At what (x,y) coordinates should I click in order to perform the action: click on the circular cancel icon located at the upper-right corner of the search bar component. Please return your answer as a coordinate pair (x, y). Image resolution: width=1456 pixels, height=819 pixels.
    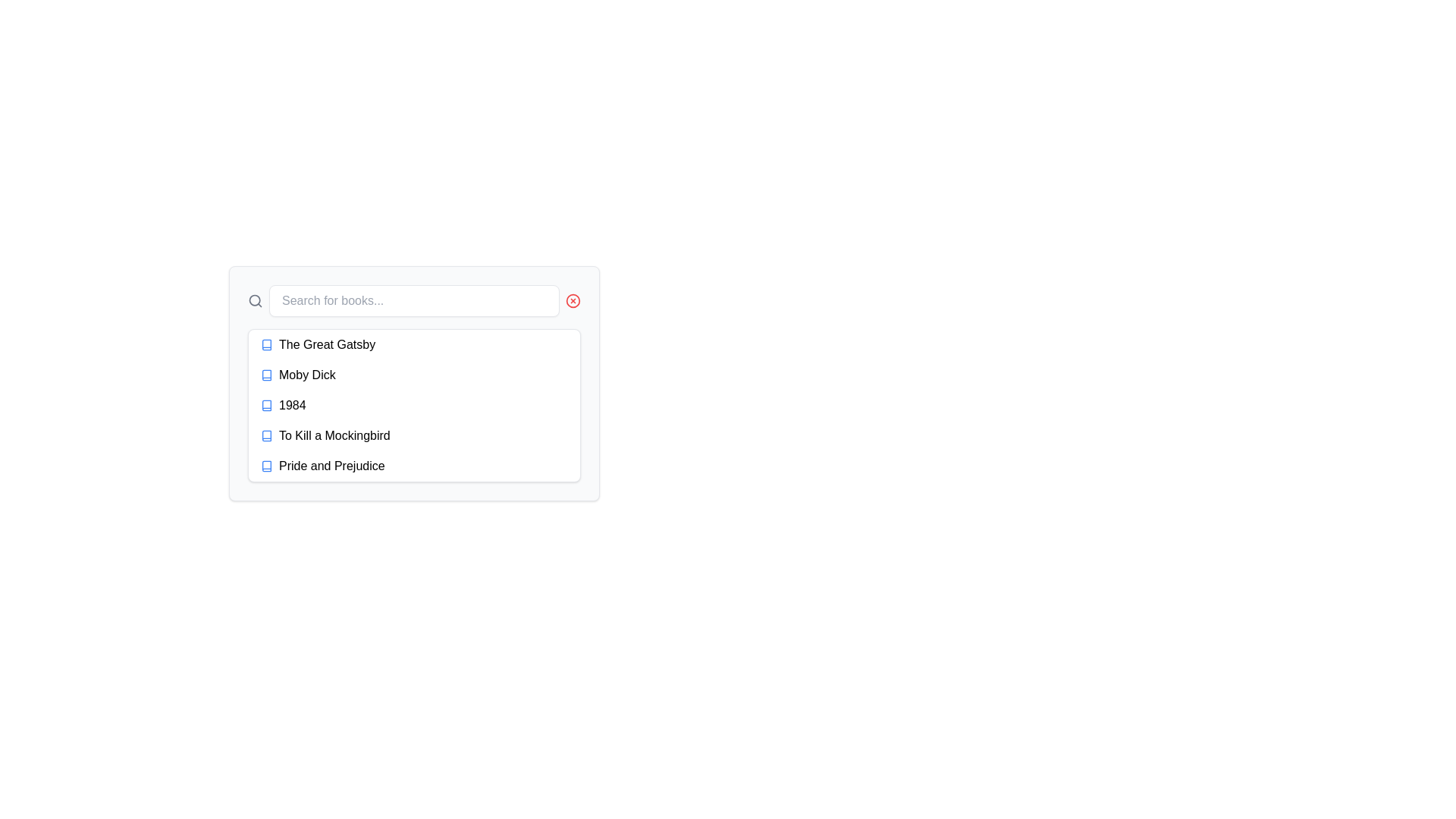
    Looking at the image, I should click on (572, 301).